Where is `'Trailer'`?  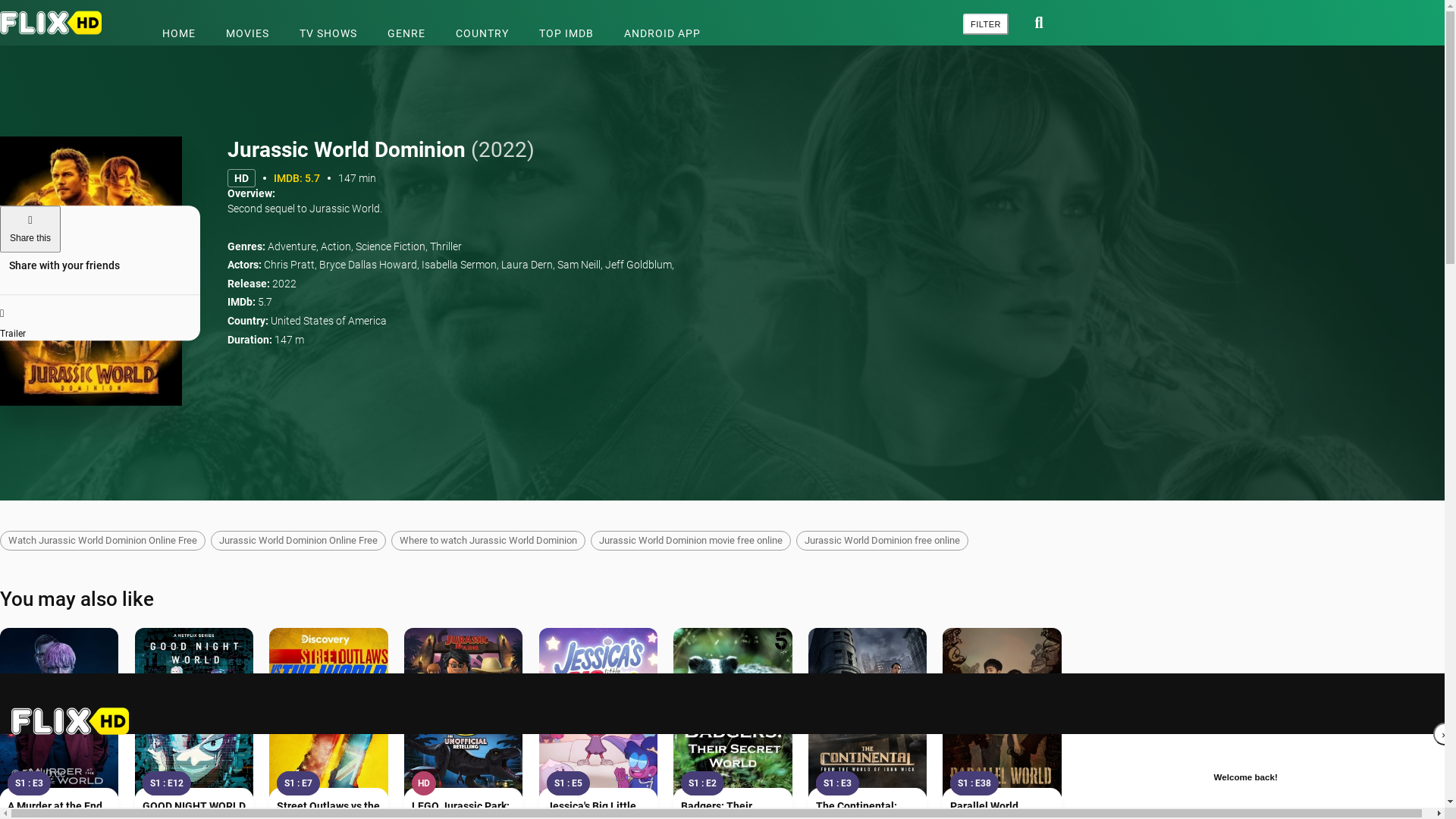
'Trailer' is located at coordinates (99, 317).